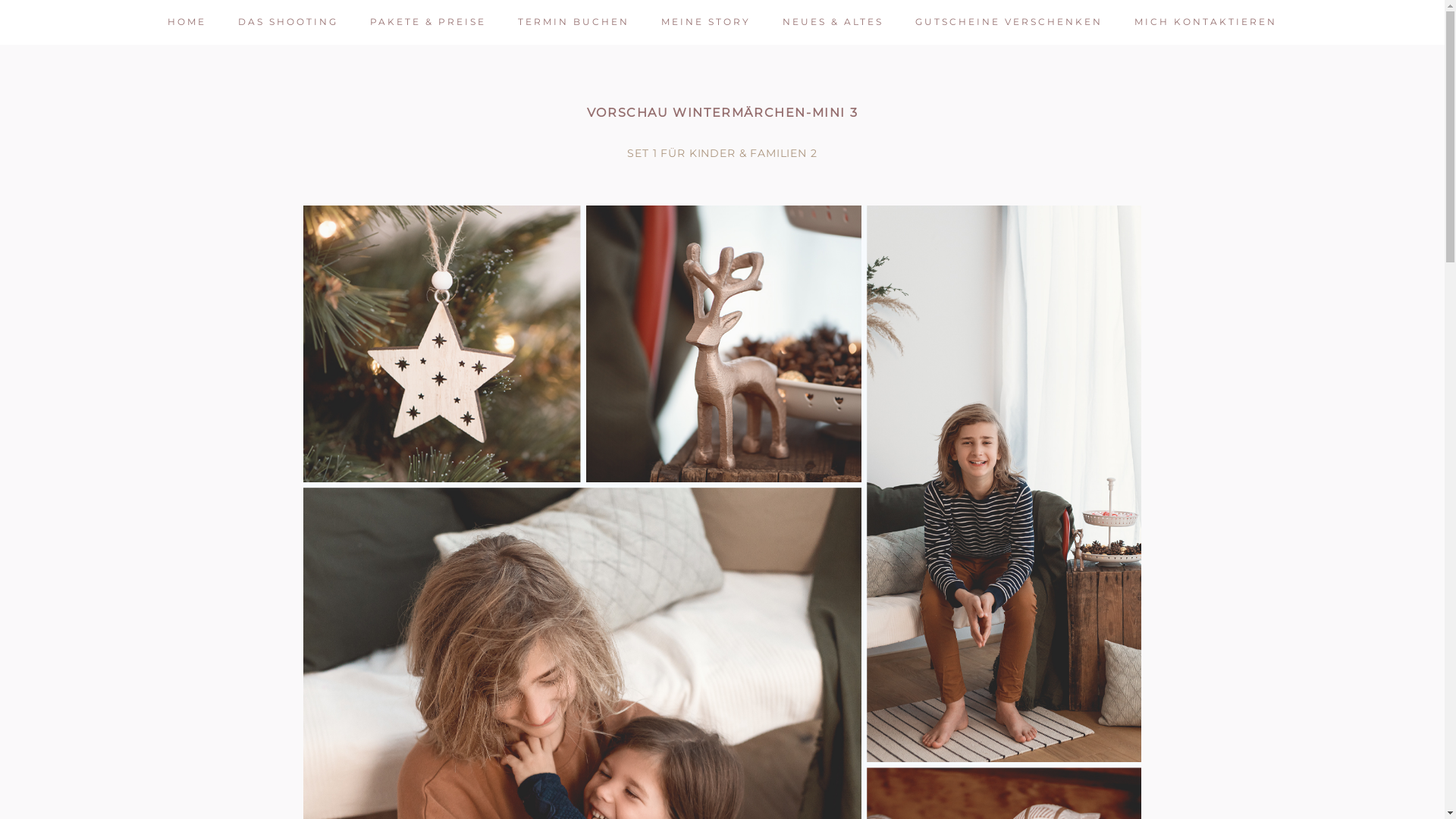  I want to click on 'NEUES & ALTES', so click(832, 21).